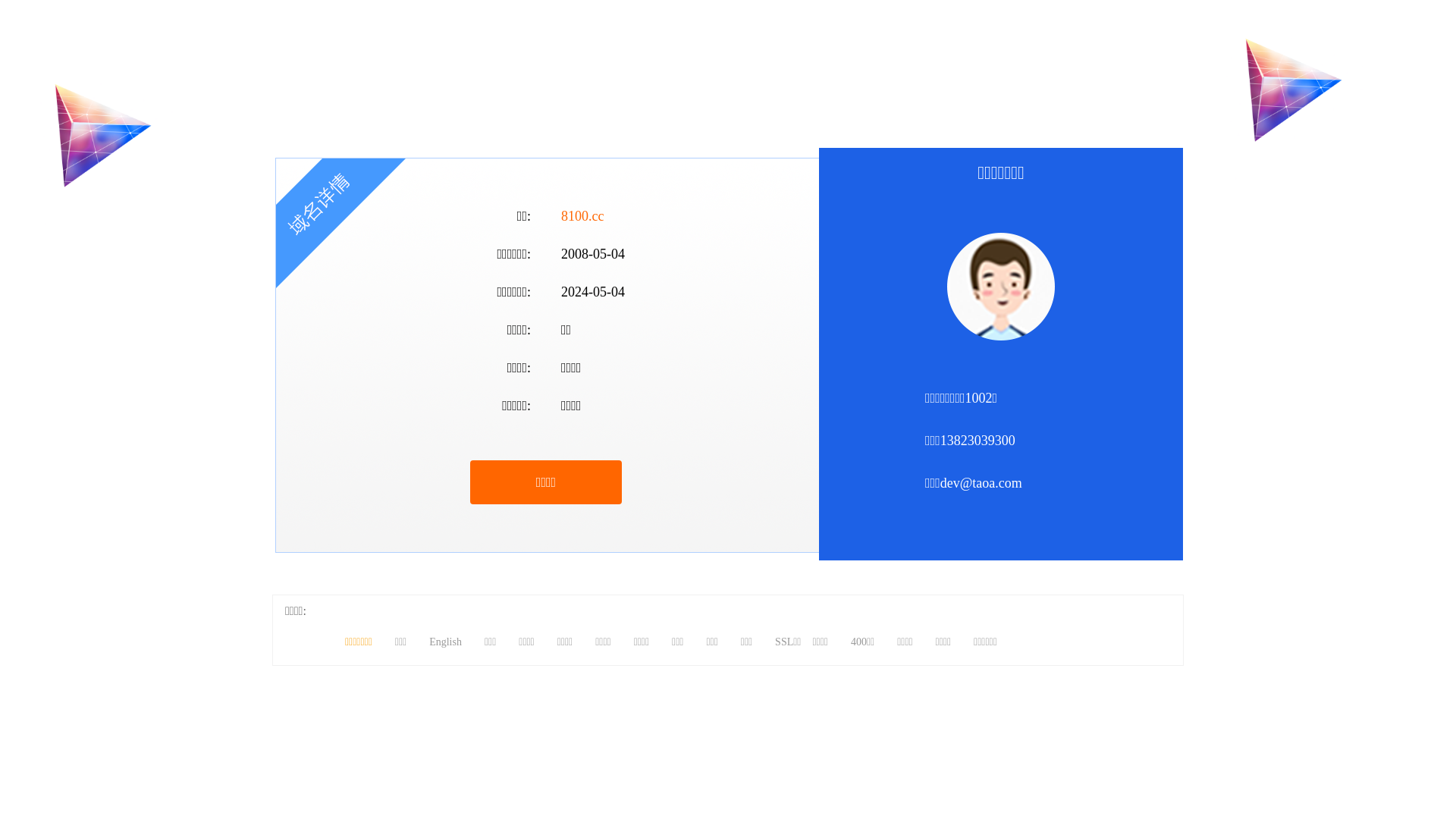  I want to click on 'English', so click(444, 642).